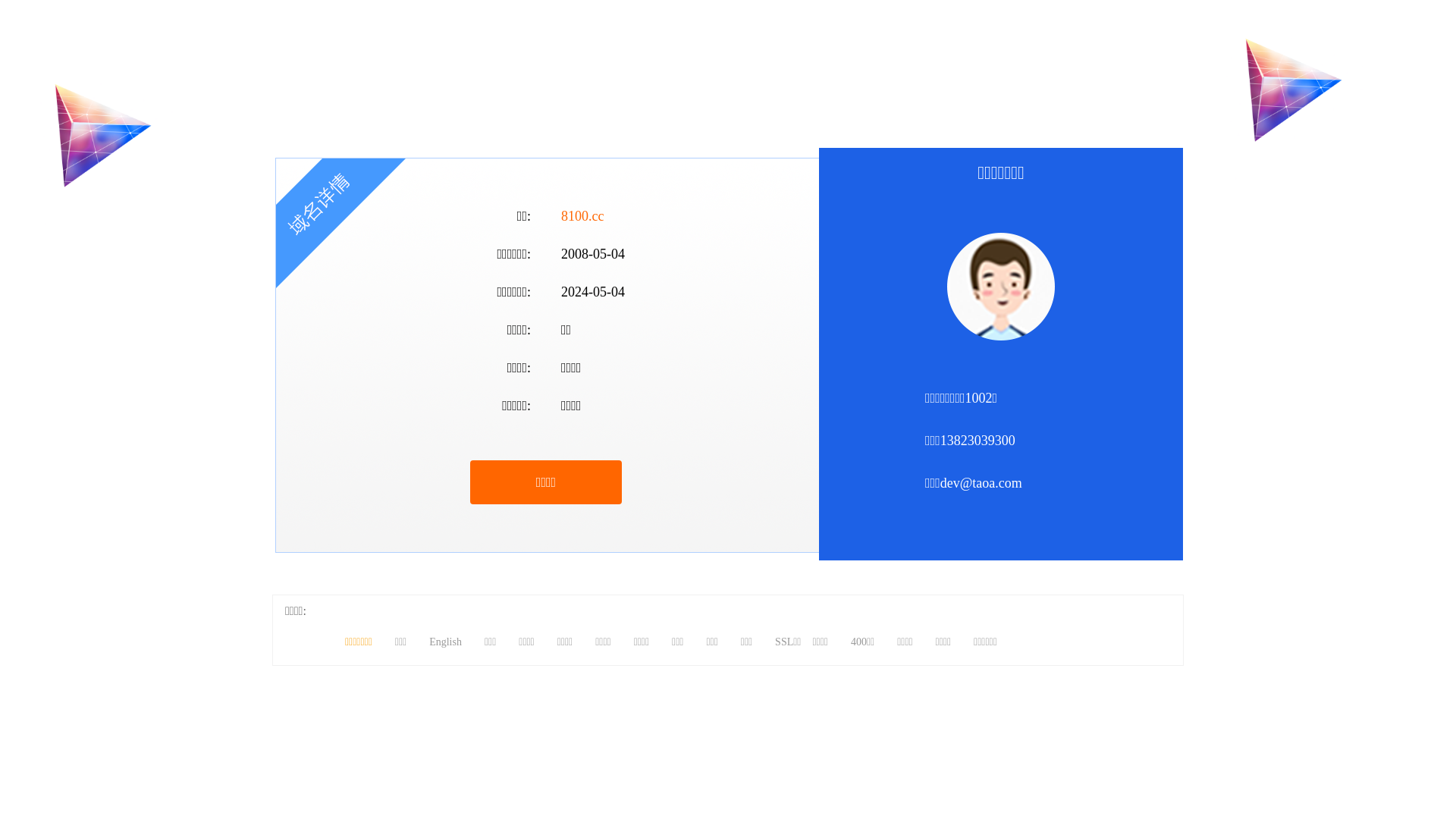  I want to click on 'English', so click(444, 642).